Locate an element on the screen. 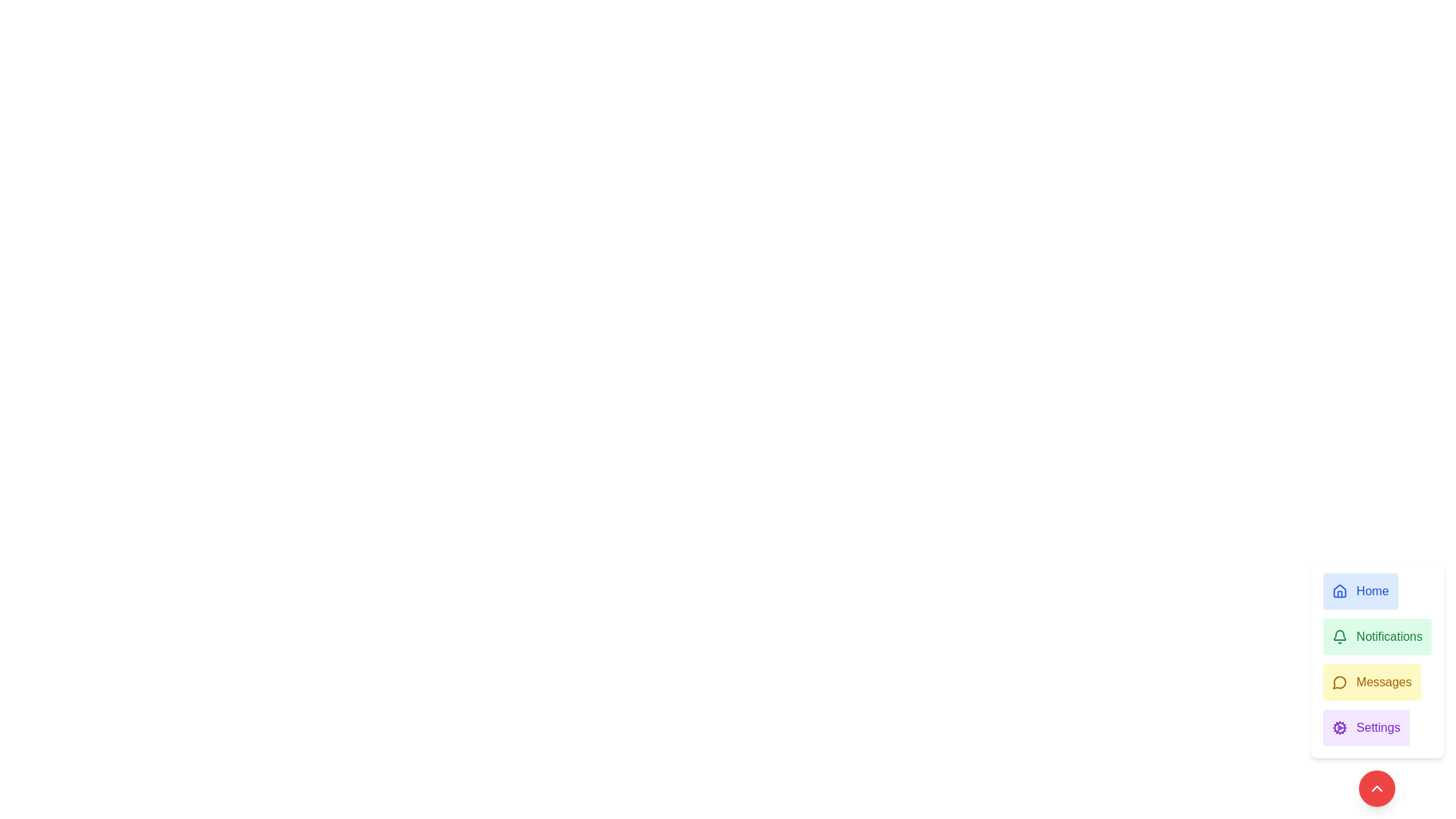 This screenshot has width=1456, height=819. the 'Settings' label text, which visually indicates the function of the 'Settings' button located in the bottom-right quadrant of the interface is located at coordinates (1378, 727).